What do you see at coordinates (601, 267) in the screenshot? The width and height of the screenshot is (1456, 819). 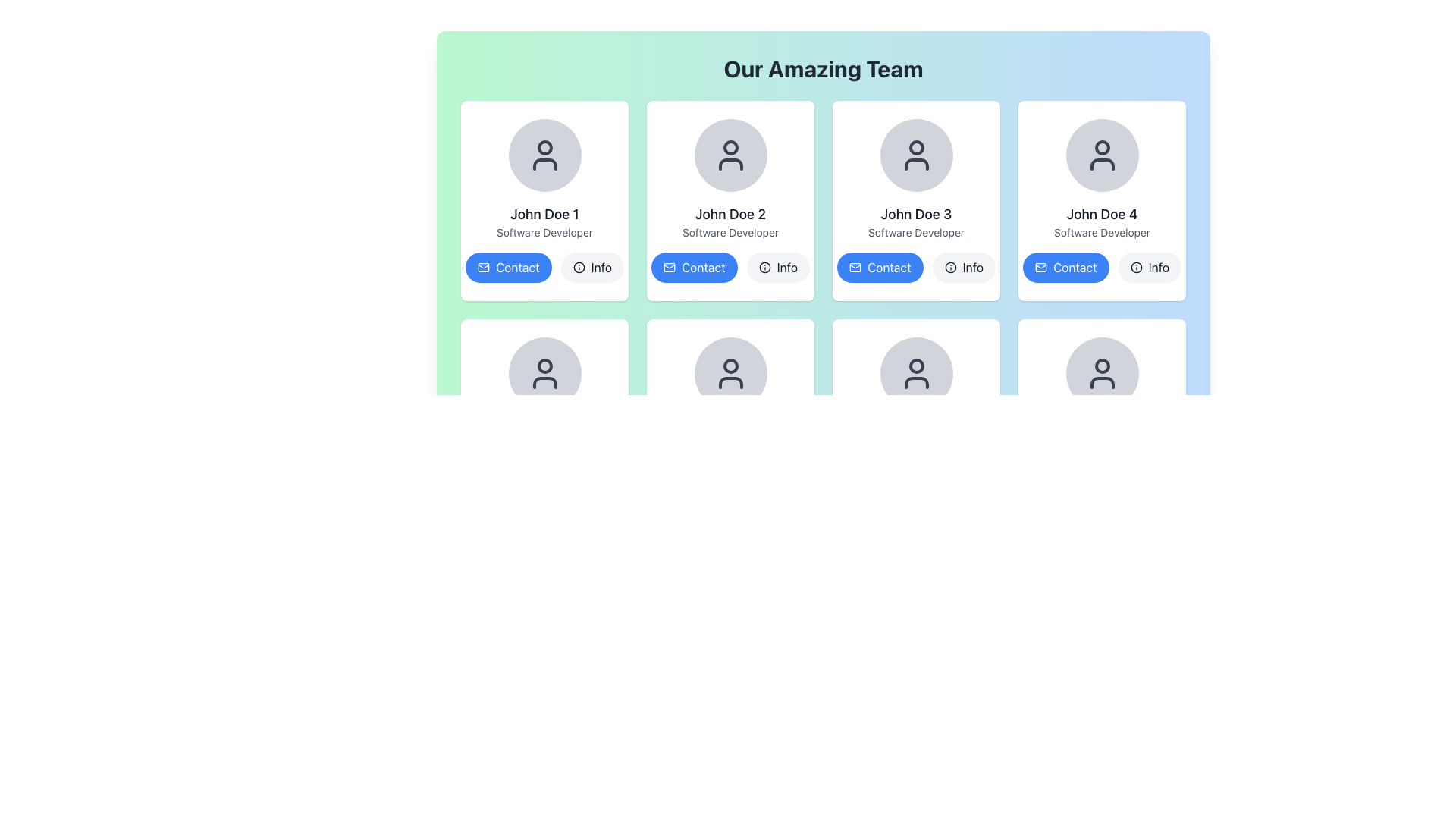 I see `the 'Info' text label inside the button located at the bottom-right corner of the user card displaying 'John Doe 1'` at bounding box center [601, 267].